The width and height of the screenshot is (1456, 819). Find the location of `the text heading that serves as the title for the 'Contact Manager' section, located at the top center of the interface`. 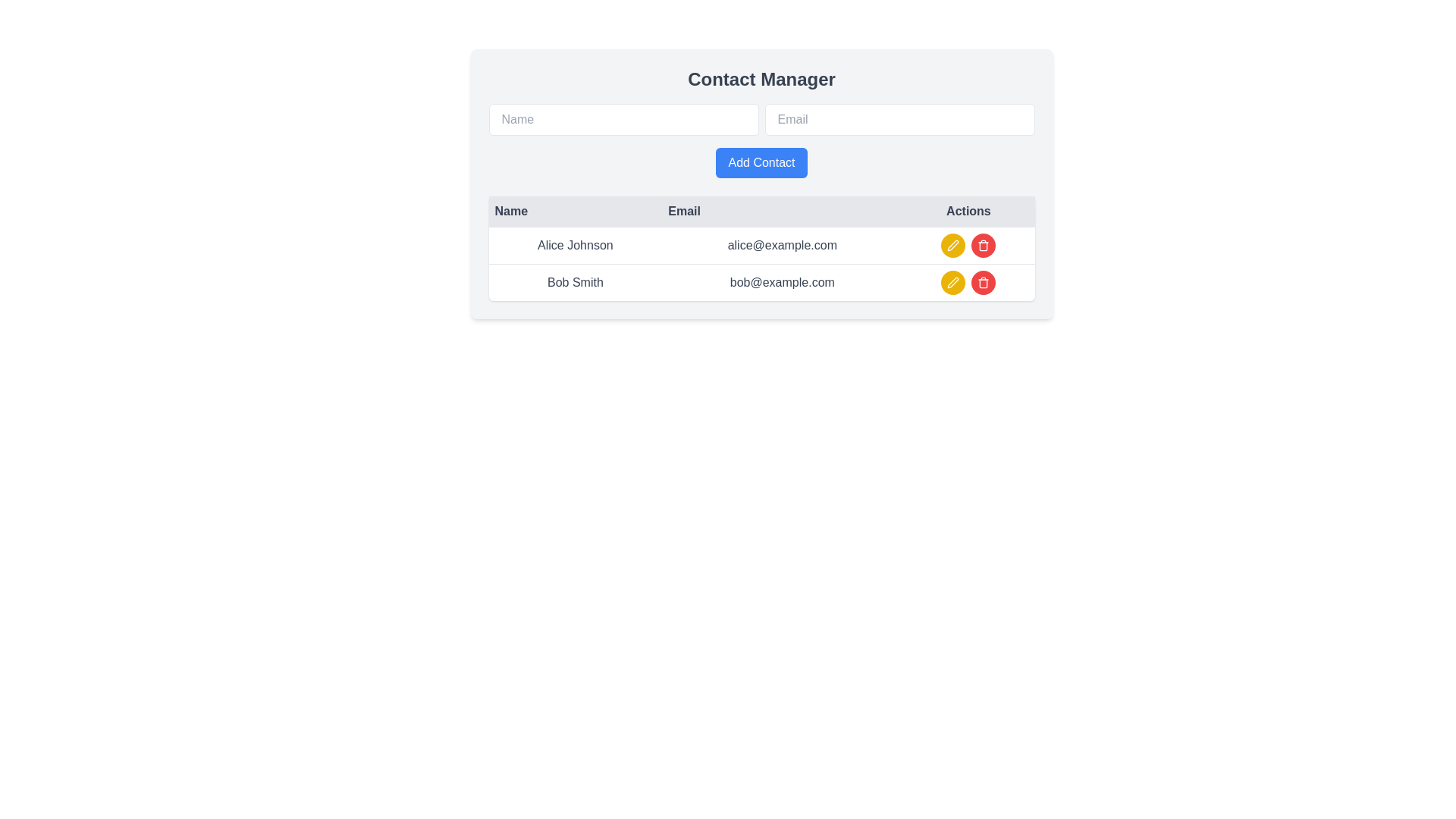

the text heading that serves as the title for the 'Contact Manager' section, located at the top center of the interface is located at coordinates (761, 79).